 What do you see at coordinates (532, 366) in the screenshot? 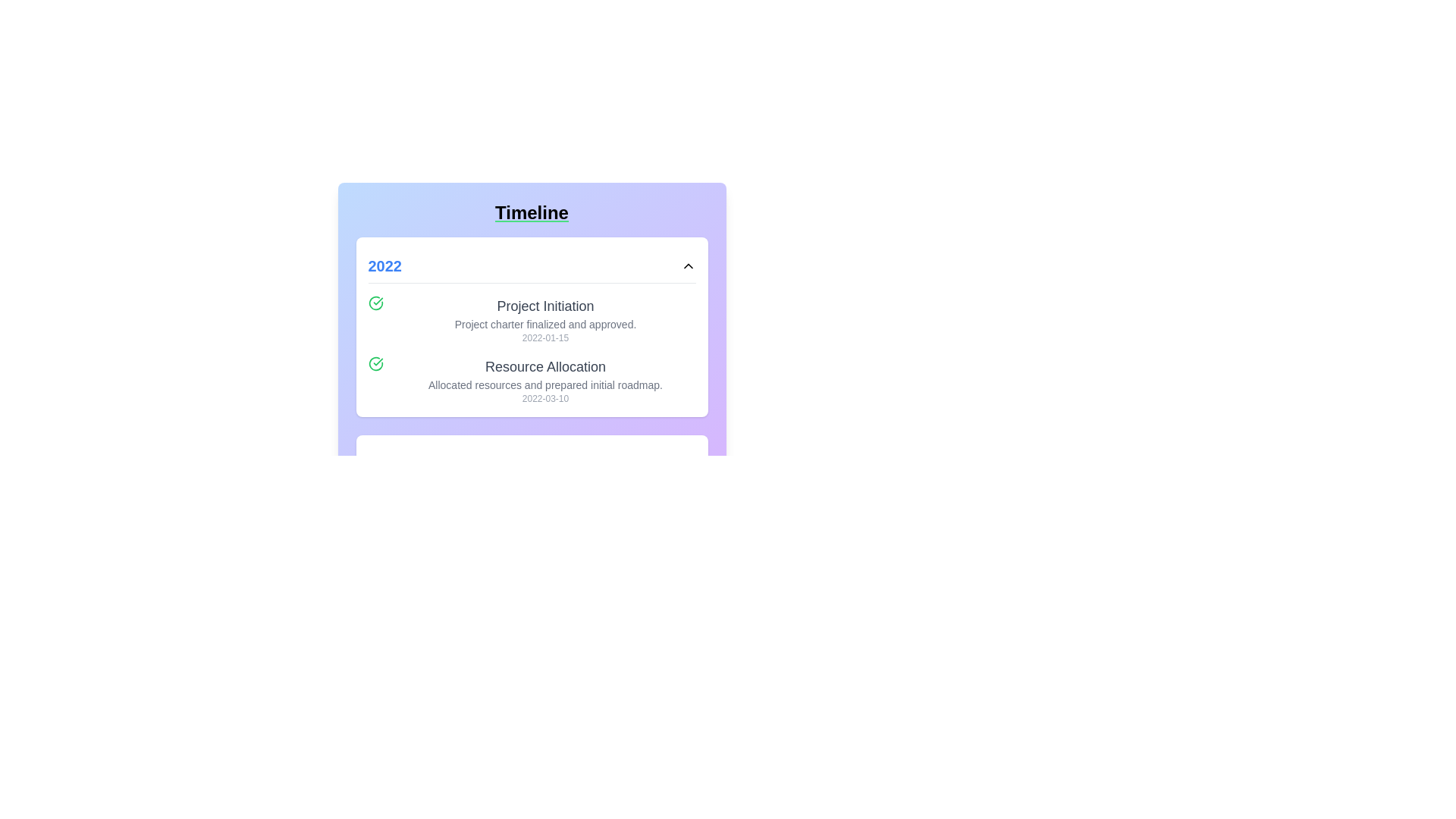
I see `the informational block displaying chronological events for the year 2022, located centrally under the 'Timeline' heading` at bounding box center [532, 366].